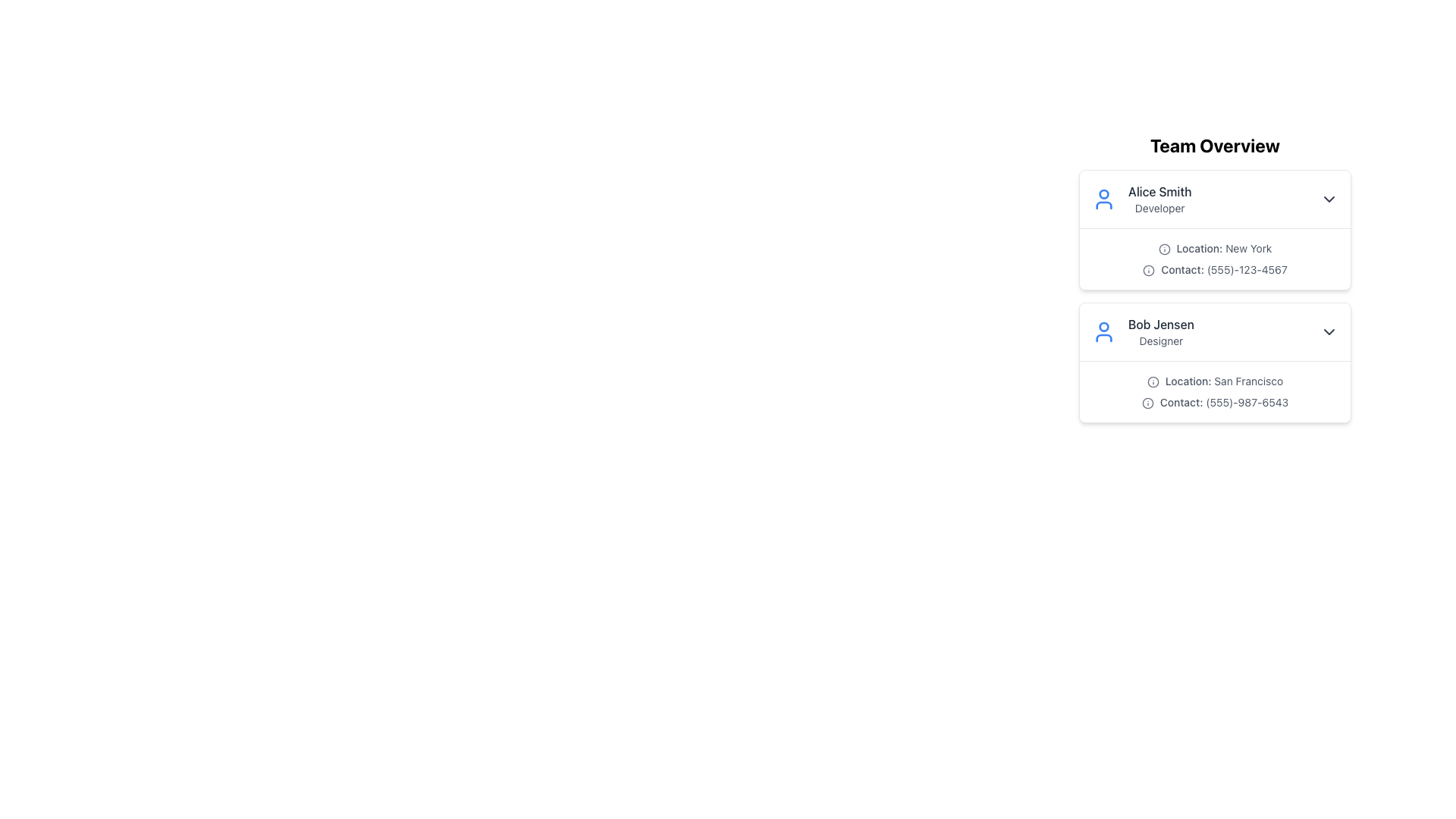 The image size is (1456, 819). I want to click on the Text Display element that shows 'Location: New York' with an information icon to the left, located below the header 'Alice Smith Developer', so click(1215, 247).